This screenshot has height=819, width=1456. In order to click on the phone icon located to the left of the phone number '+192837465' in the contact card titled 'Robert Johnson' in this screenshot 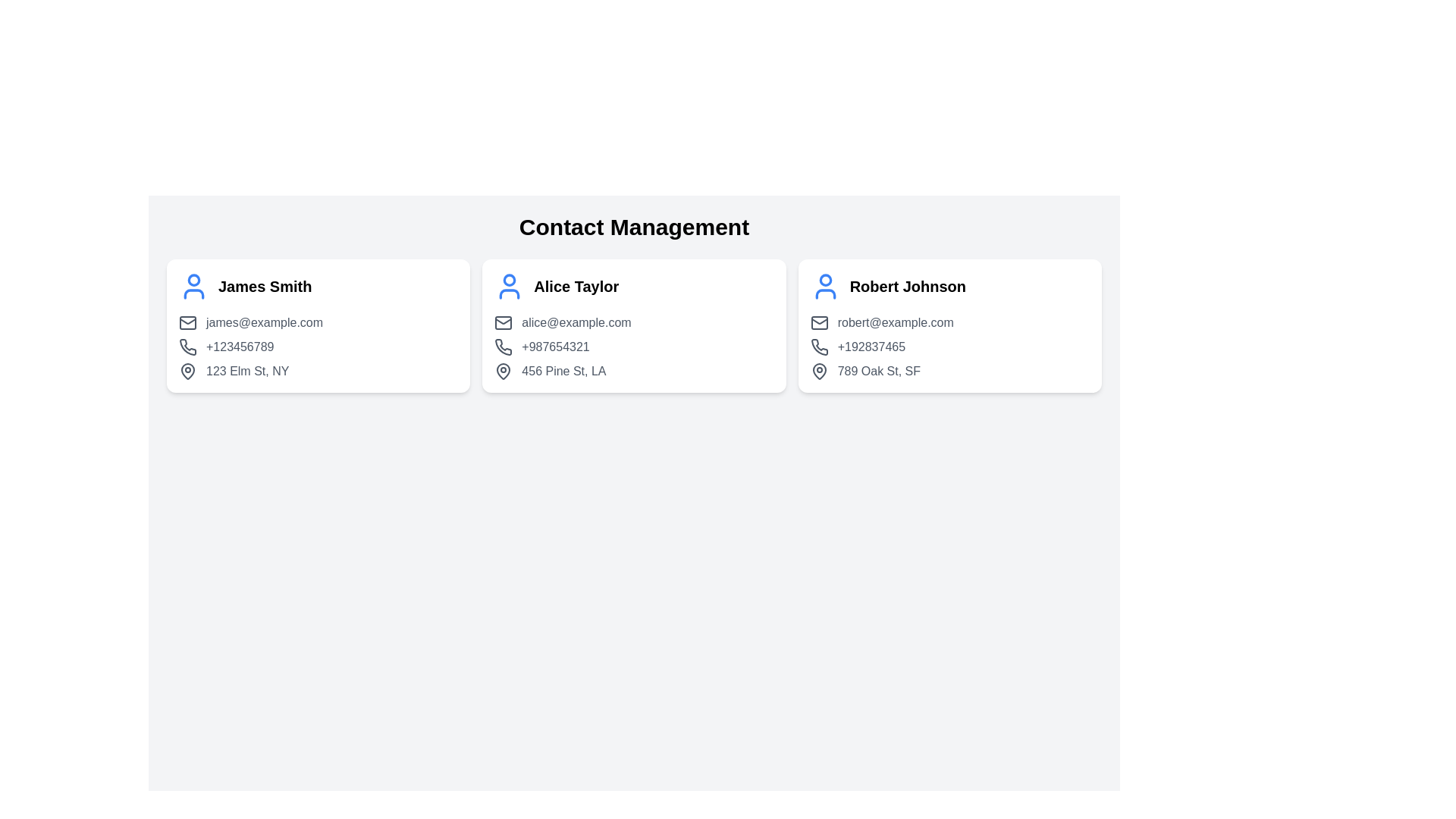, I will do `click(818, 347)`.